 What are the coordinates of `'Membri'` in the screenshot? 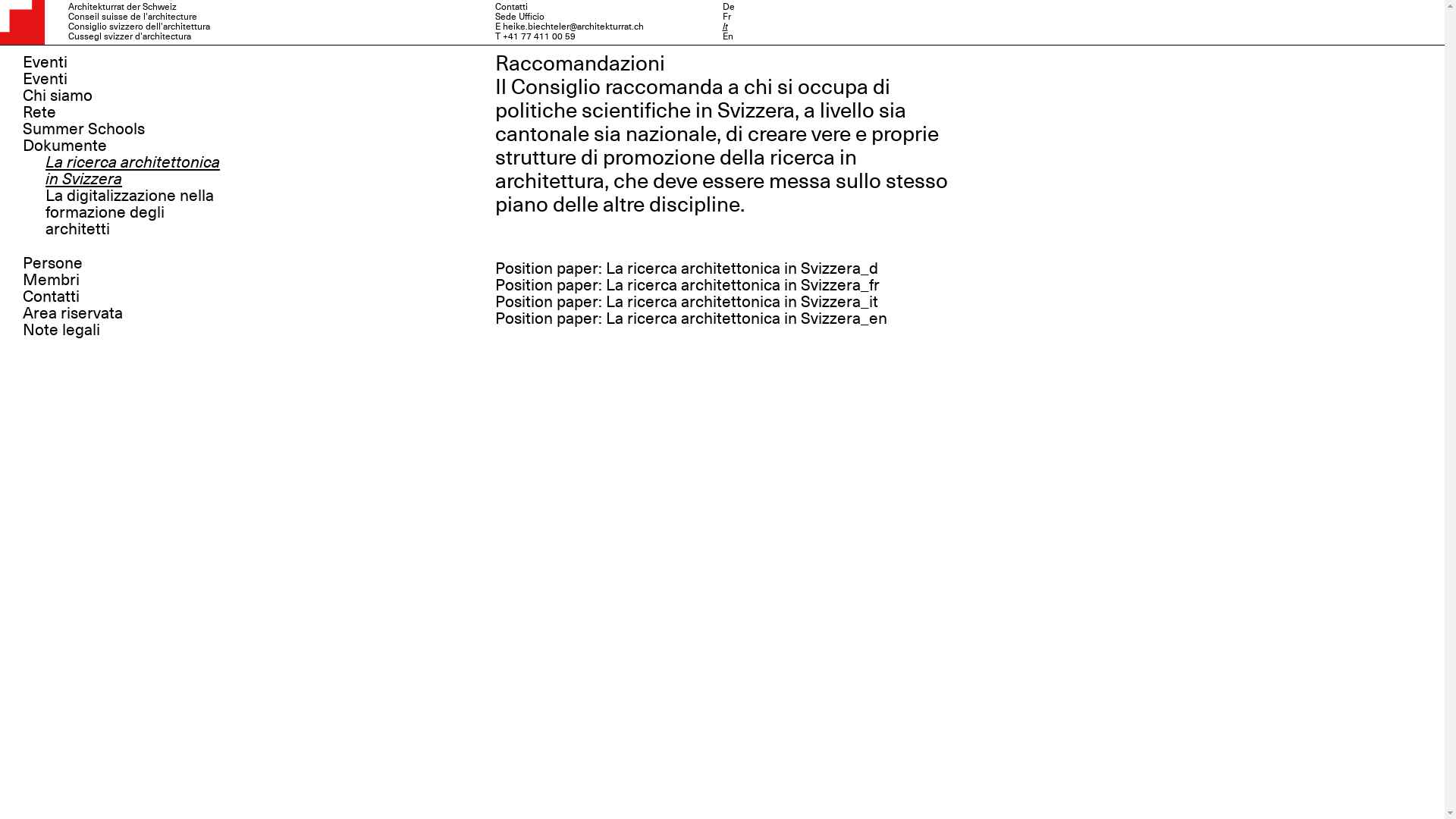 It's located at (51, 280).